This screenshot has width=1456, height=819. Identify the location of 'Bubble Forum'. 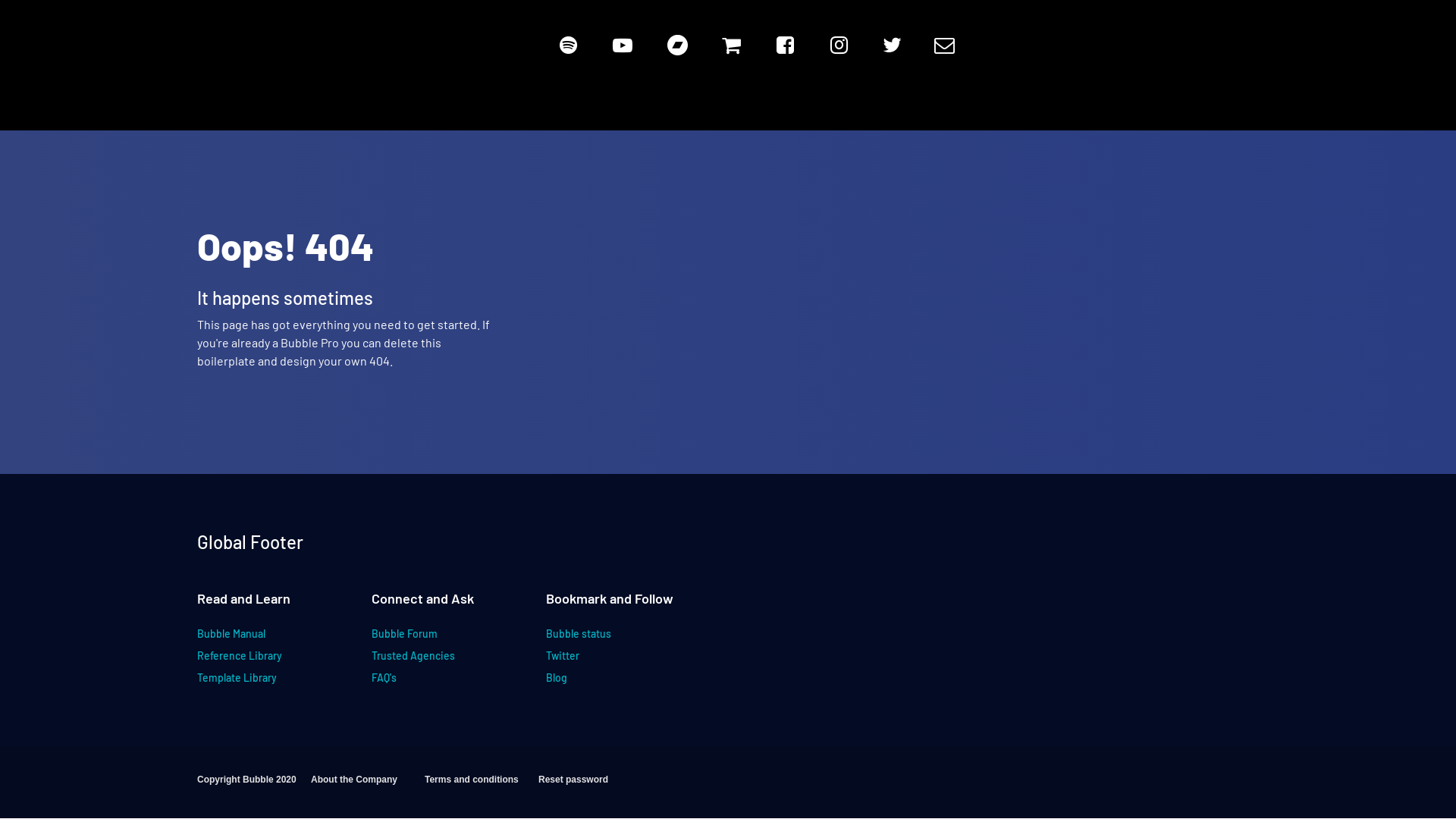
(428, 639).